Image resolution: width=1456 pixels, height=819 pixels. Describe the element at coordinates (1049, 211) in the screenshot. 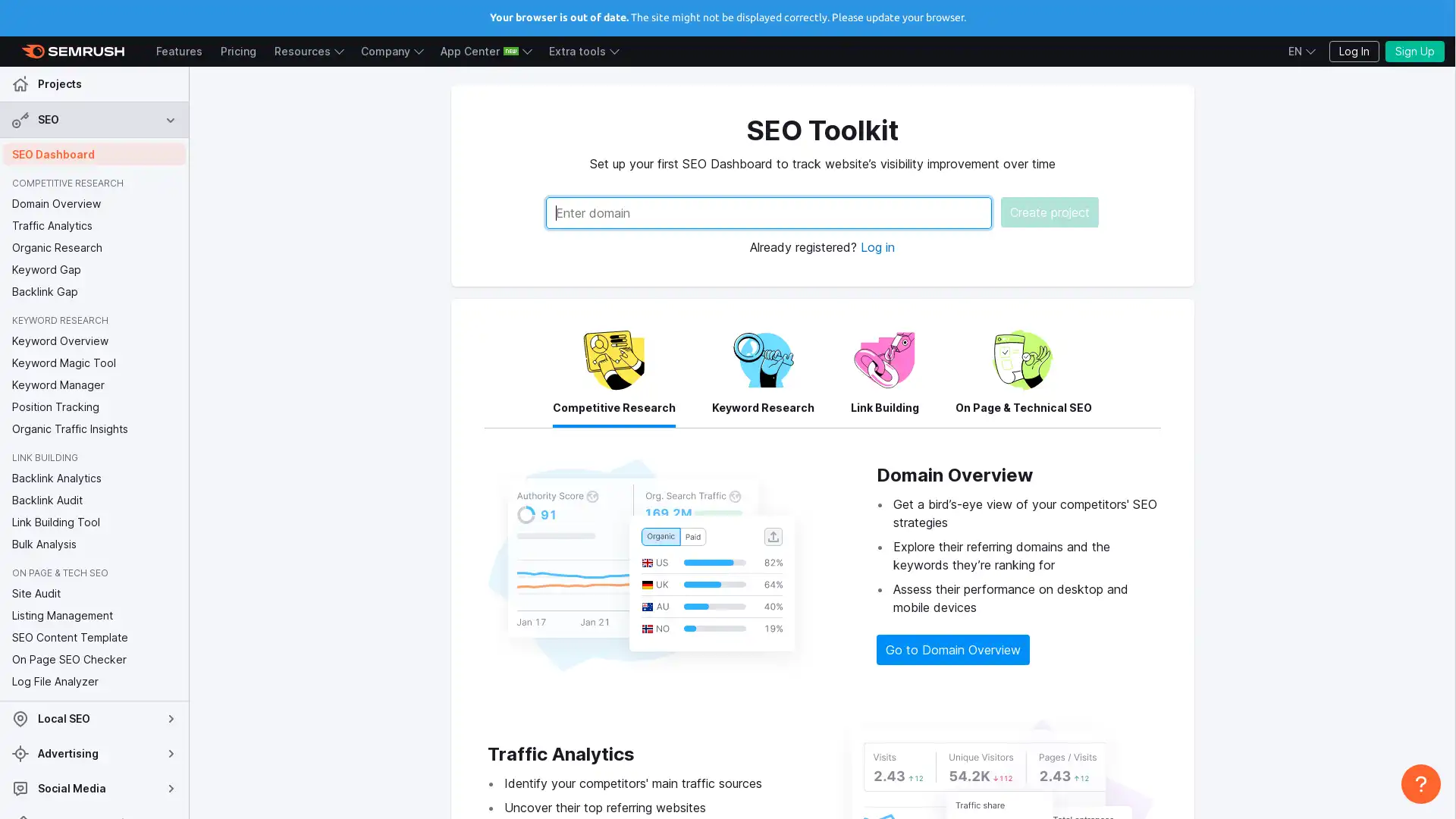

I see `Create project` at that location.